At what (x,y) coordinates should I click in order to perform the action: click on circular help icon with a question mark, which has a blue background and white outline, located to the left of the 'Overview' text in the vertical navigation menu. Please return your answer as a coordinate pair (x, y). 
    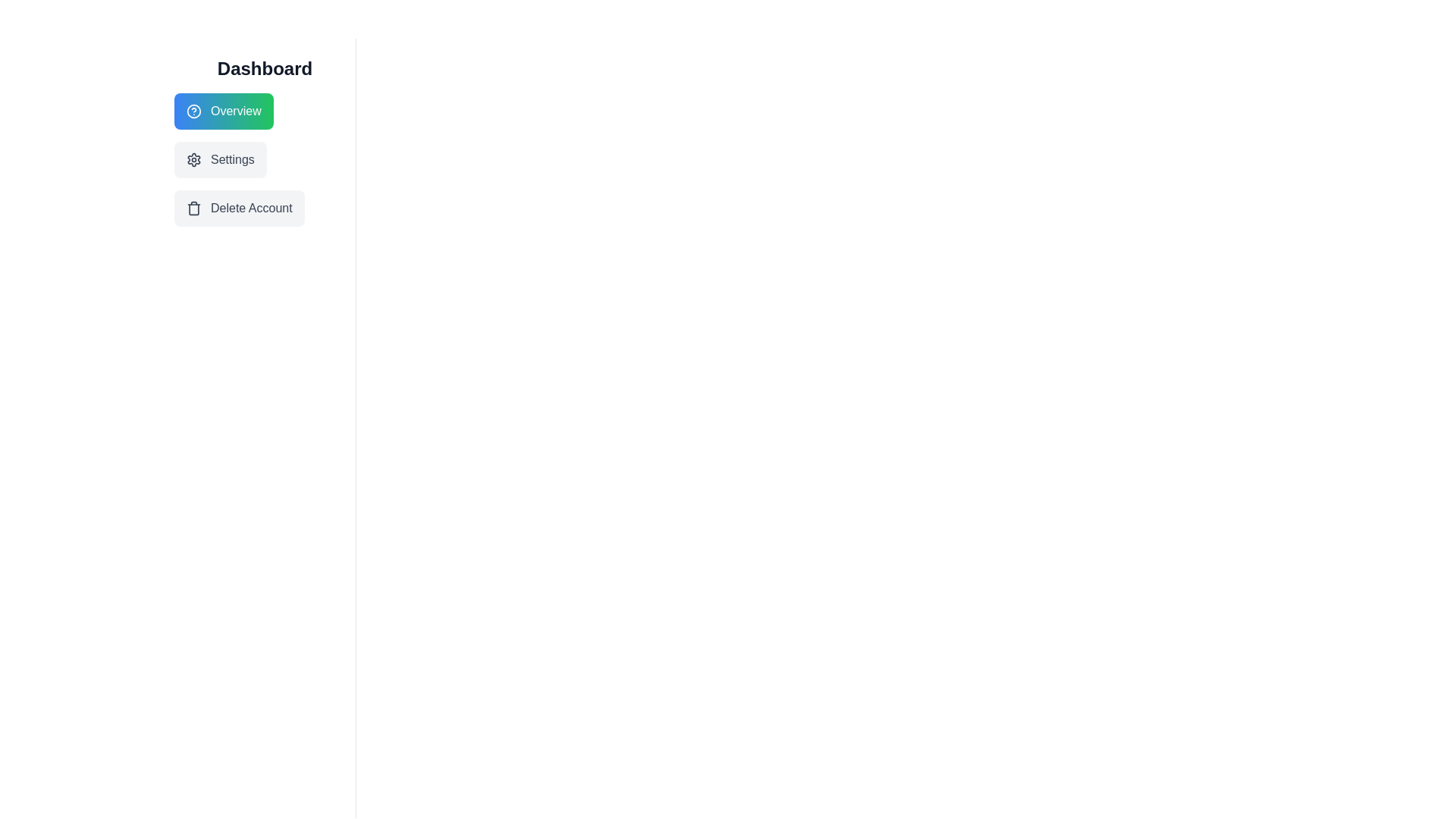
    Looking at the image, I should click on (193, 110).